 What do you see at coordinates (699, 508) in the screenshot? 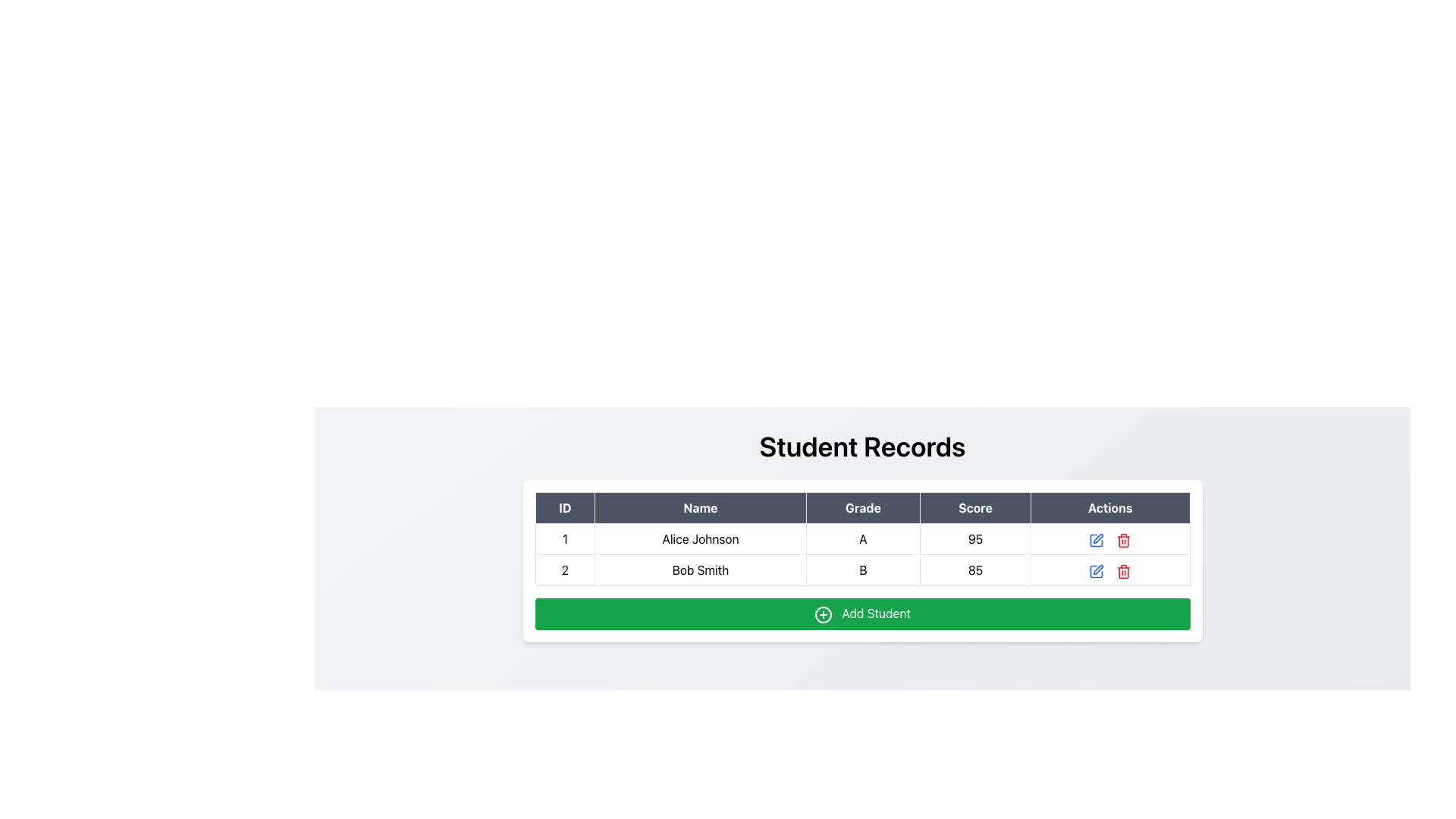
I see `the Table Header Cell labeled 'Name', which is styled in white text on a dark gray background, positioned between 'ID' and 'Grade' in the 'Student Records' table` at bounding box center [699, 508].